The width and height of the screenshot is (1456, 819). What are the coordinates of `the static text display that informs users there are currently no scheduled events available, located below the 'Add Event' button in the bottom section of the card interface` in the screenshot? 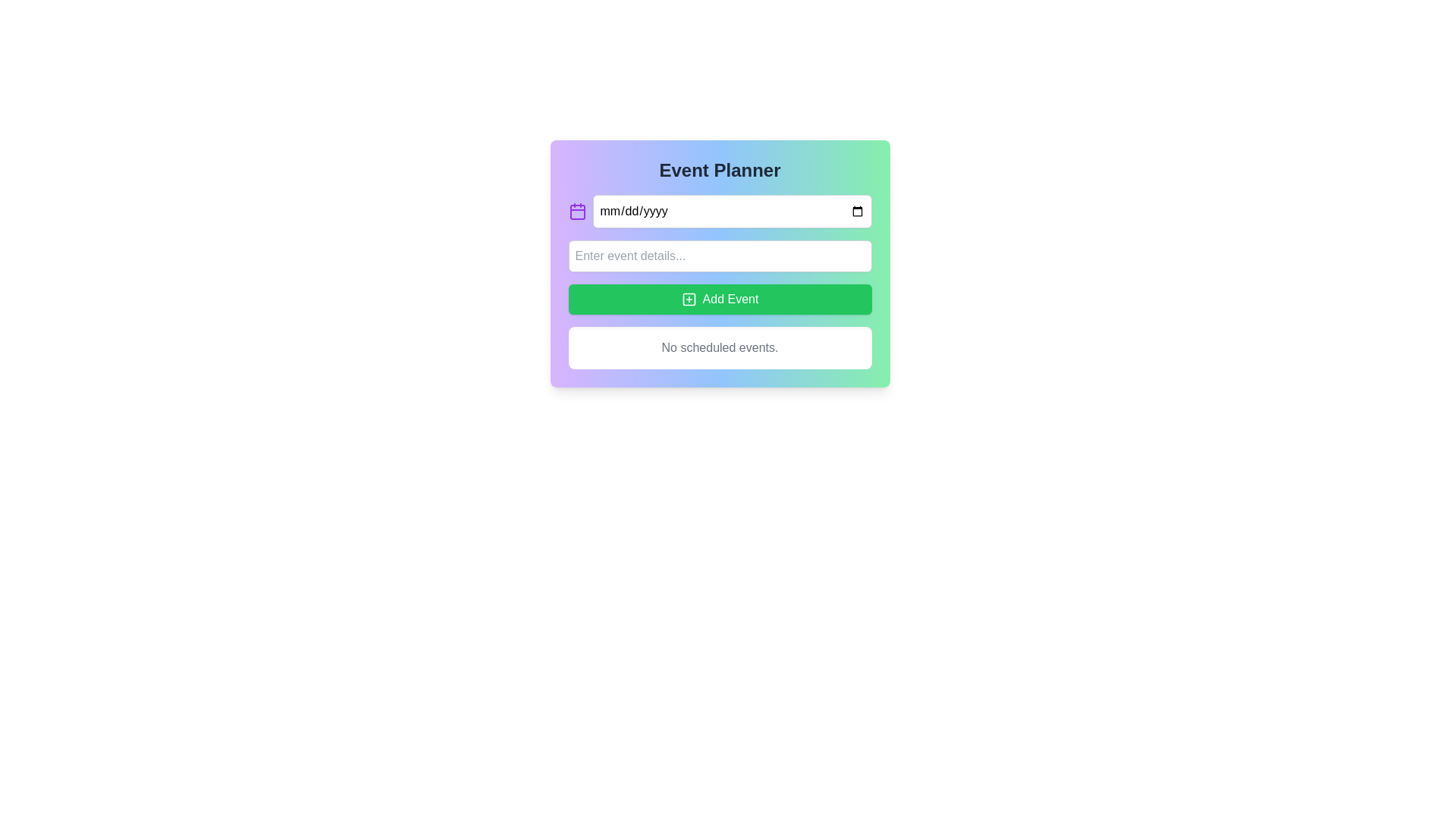 It's located at (719, 348).